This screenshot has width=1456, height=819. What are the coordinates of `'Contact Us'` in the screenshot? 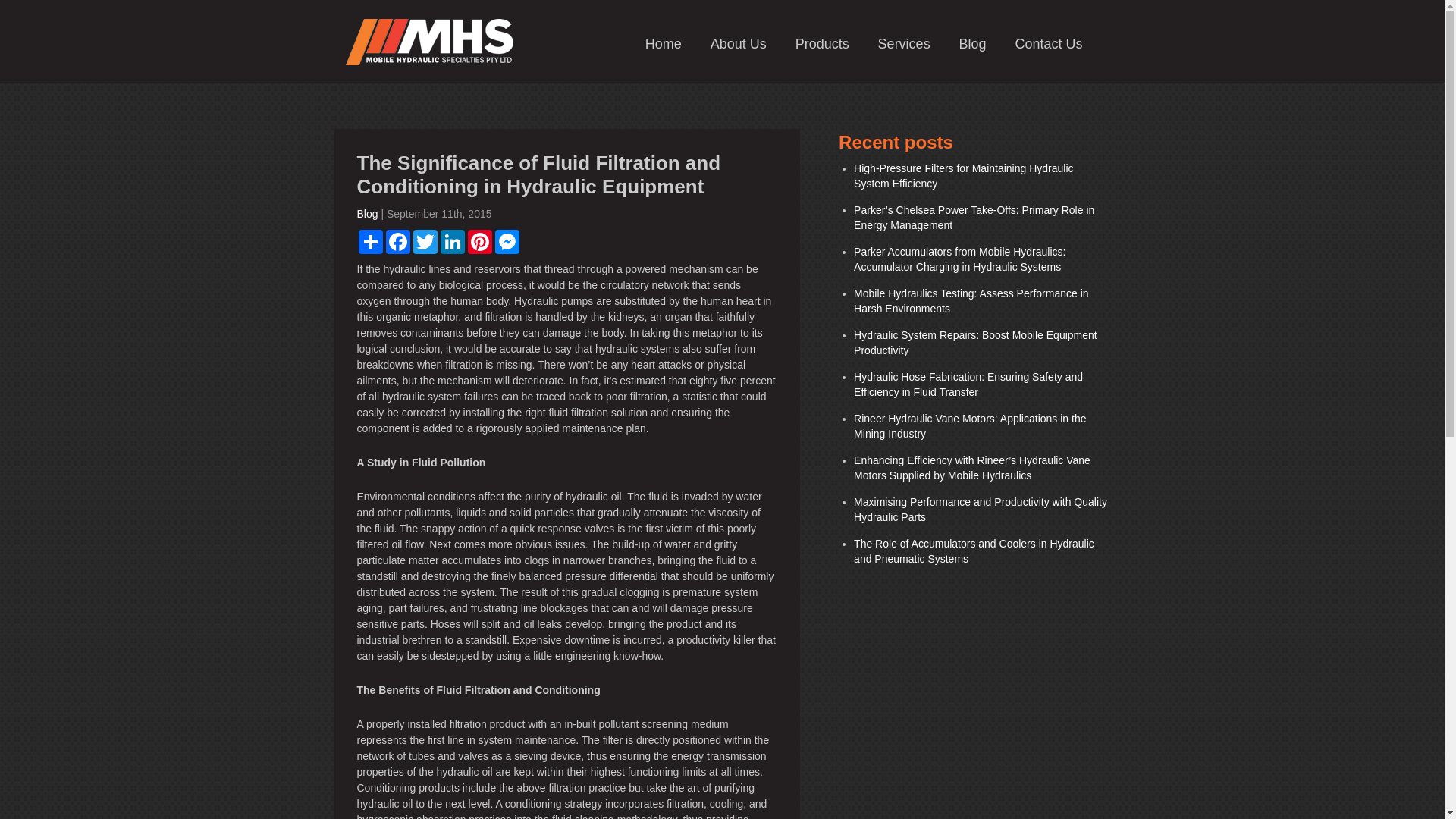 It's located at (1047, 42).